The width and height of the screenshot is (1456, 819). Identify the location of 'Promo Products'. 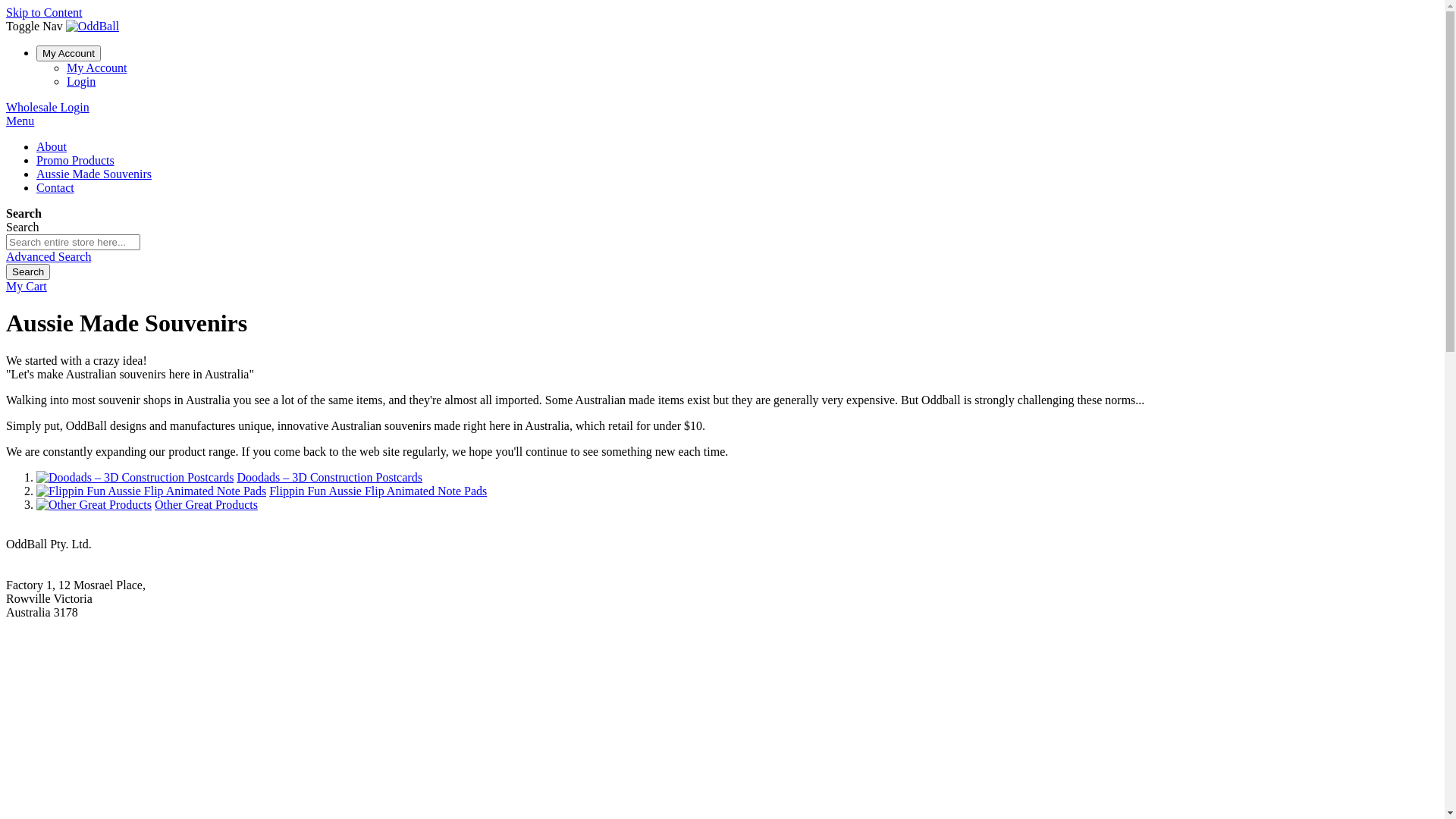
(36, 160).